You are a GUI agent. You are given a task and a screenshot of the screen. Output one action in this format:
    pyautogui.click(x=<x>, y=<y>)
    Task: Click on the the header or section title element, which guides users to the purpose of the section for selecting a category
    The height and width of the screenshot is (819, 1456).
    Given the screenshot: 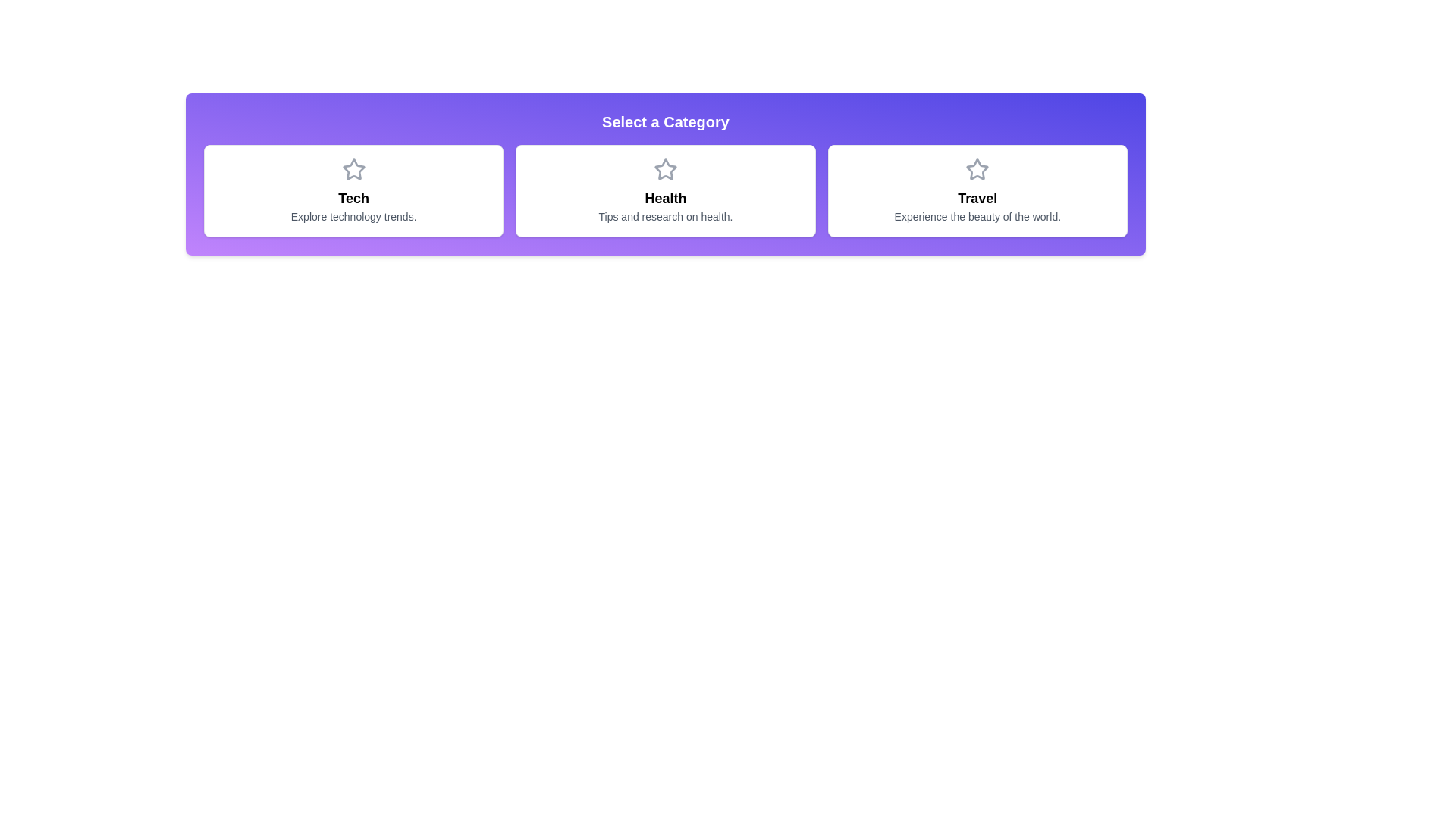 What is the action you would take?
    pyautogui.click(x=666, y=121)
    